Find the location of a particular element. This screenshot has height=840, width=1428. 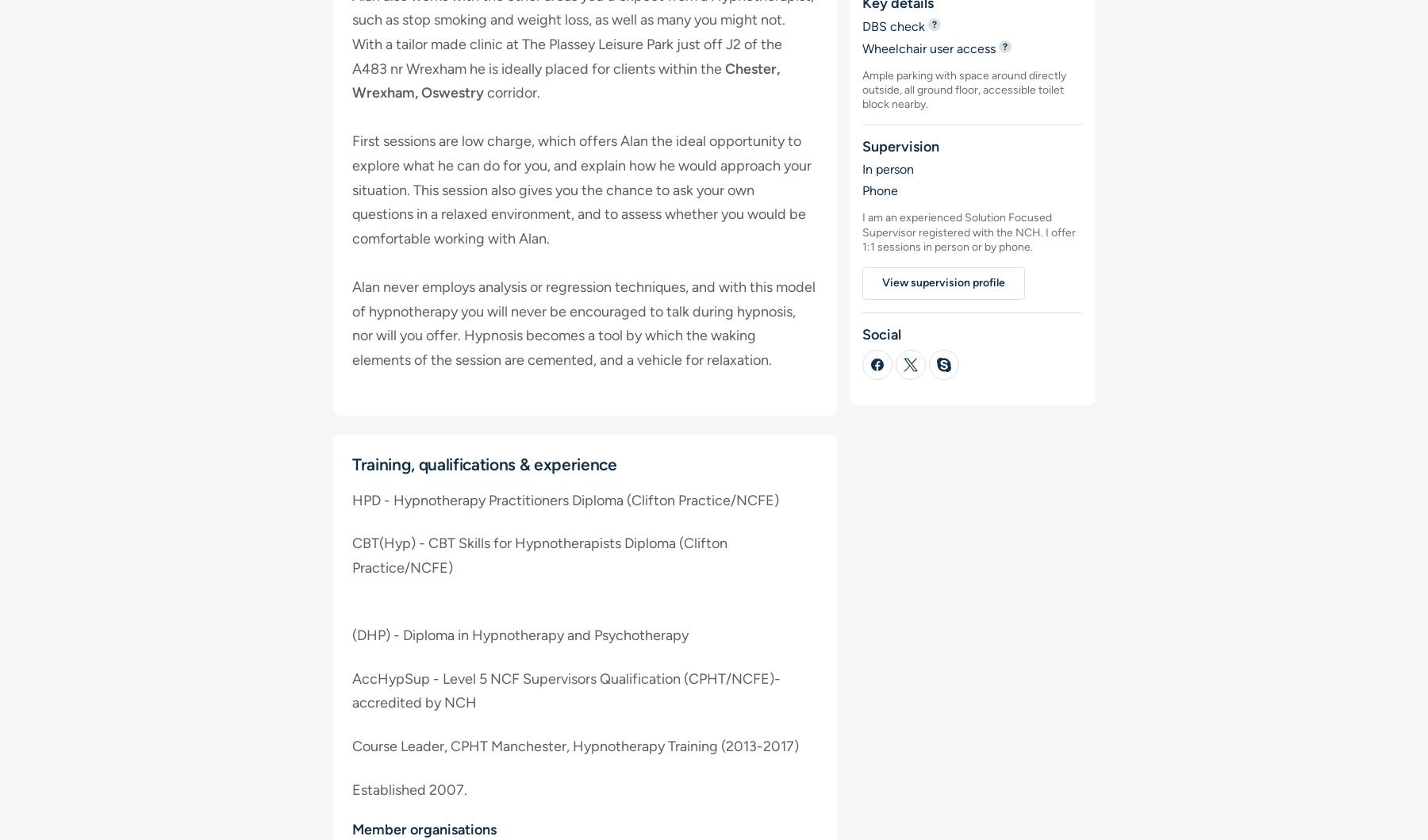

'Established 2007.' is located at coordinates (409, 788).